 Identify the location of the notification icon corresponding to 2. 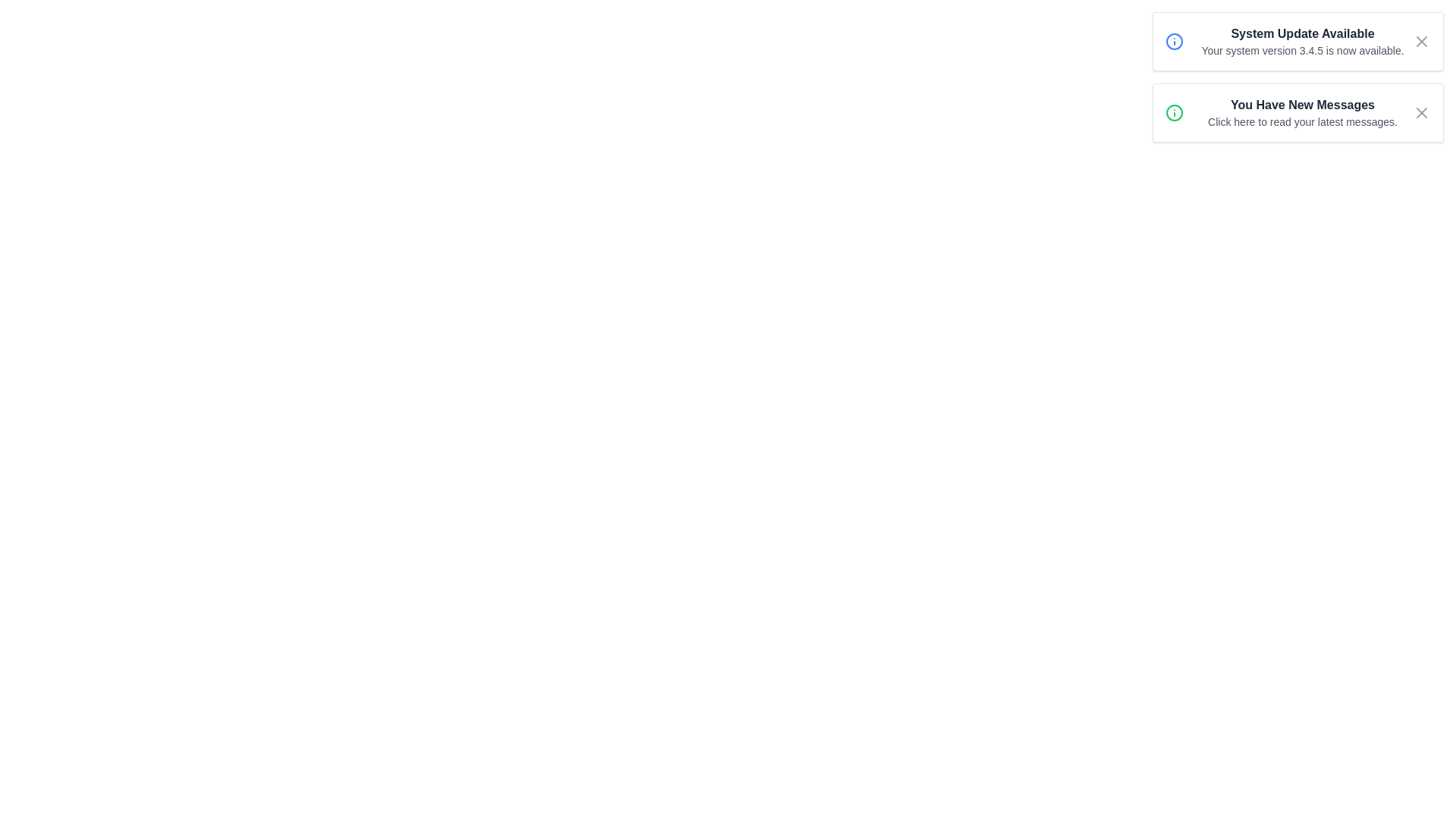
(1174, 112).